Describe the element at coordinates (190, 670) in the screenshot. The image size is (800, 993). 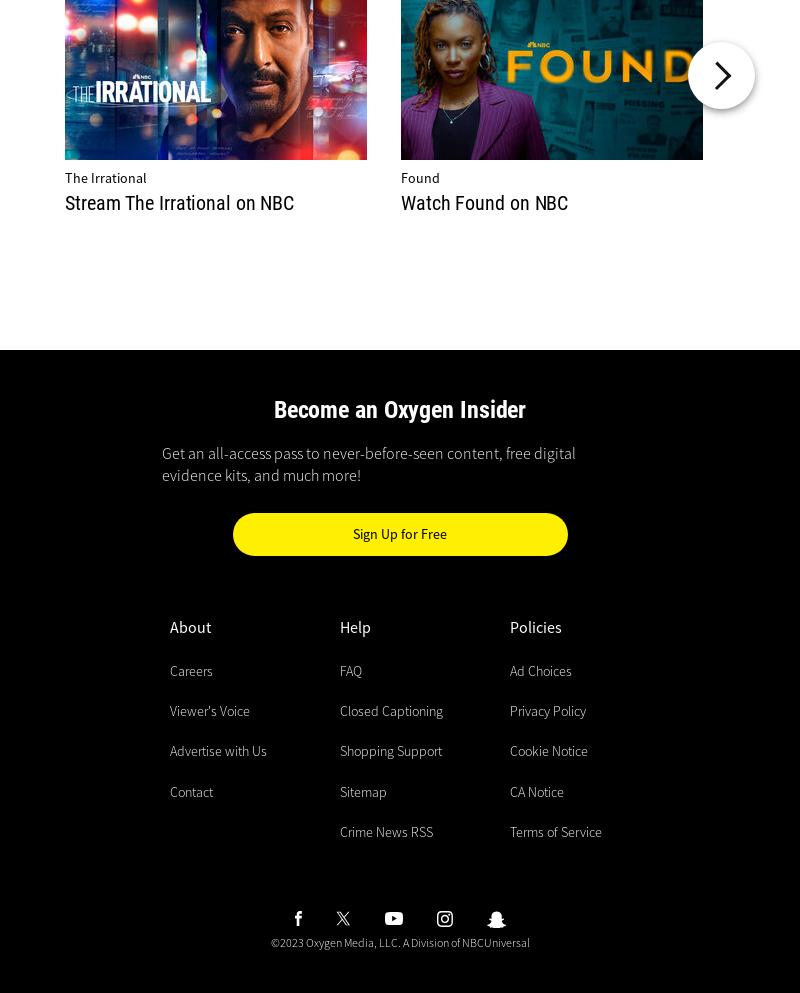
I see `'Careers'` at that location.